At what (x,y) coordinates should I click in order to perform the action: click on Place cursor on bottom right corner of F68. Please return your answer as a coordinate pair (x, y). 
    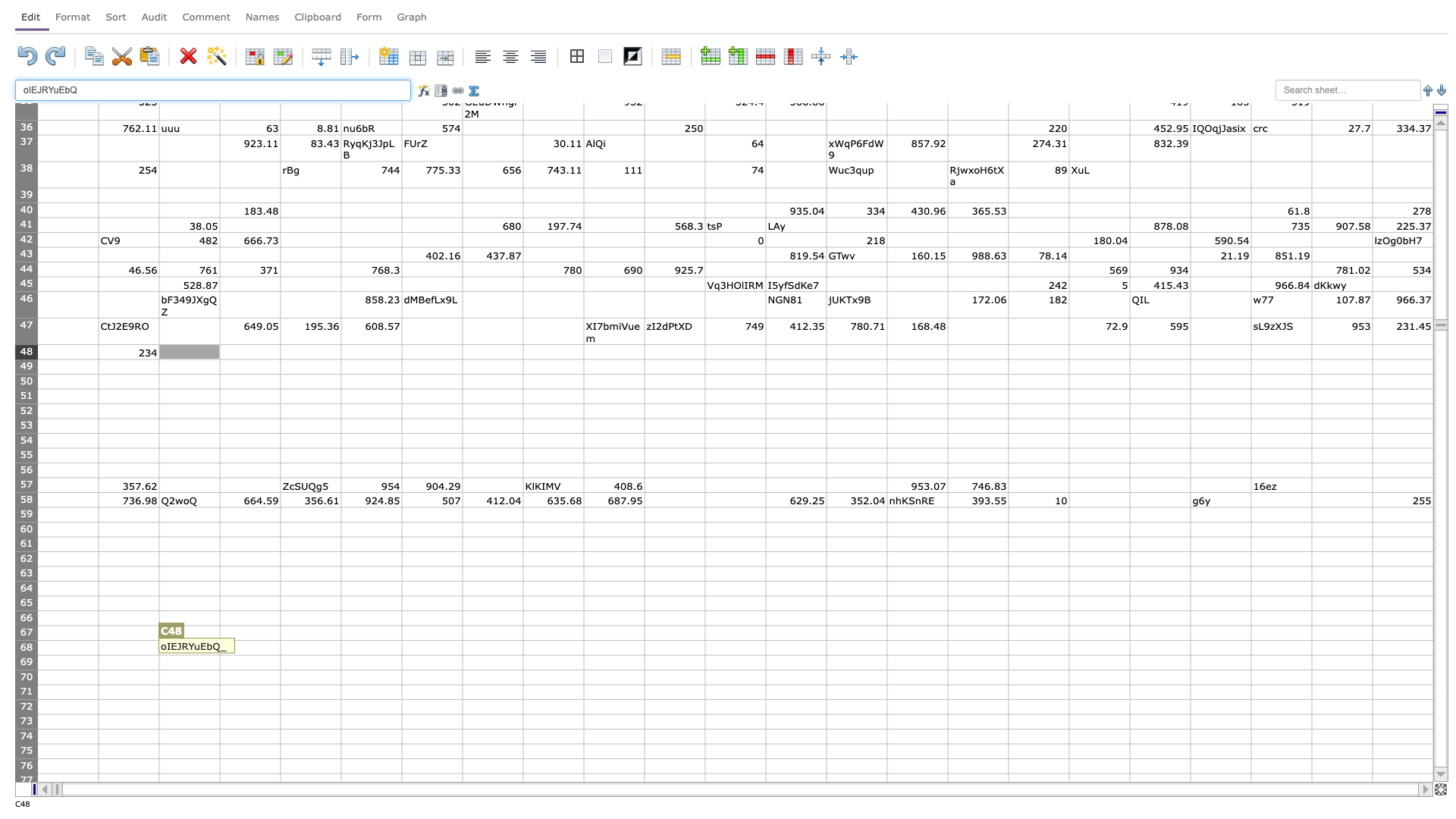
    Looking at the image, I should click on (401, 654).